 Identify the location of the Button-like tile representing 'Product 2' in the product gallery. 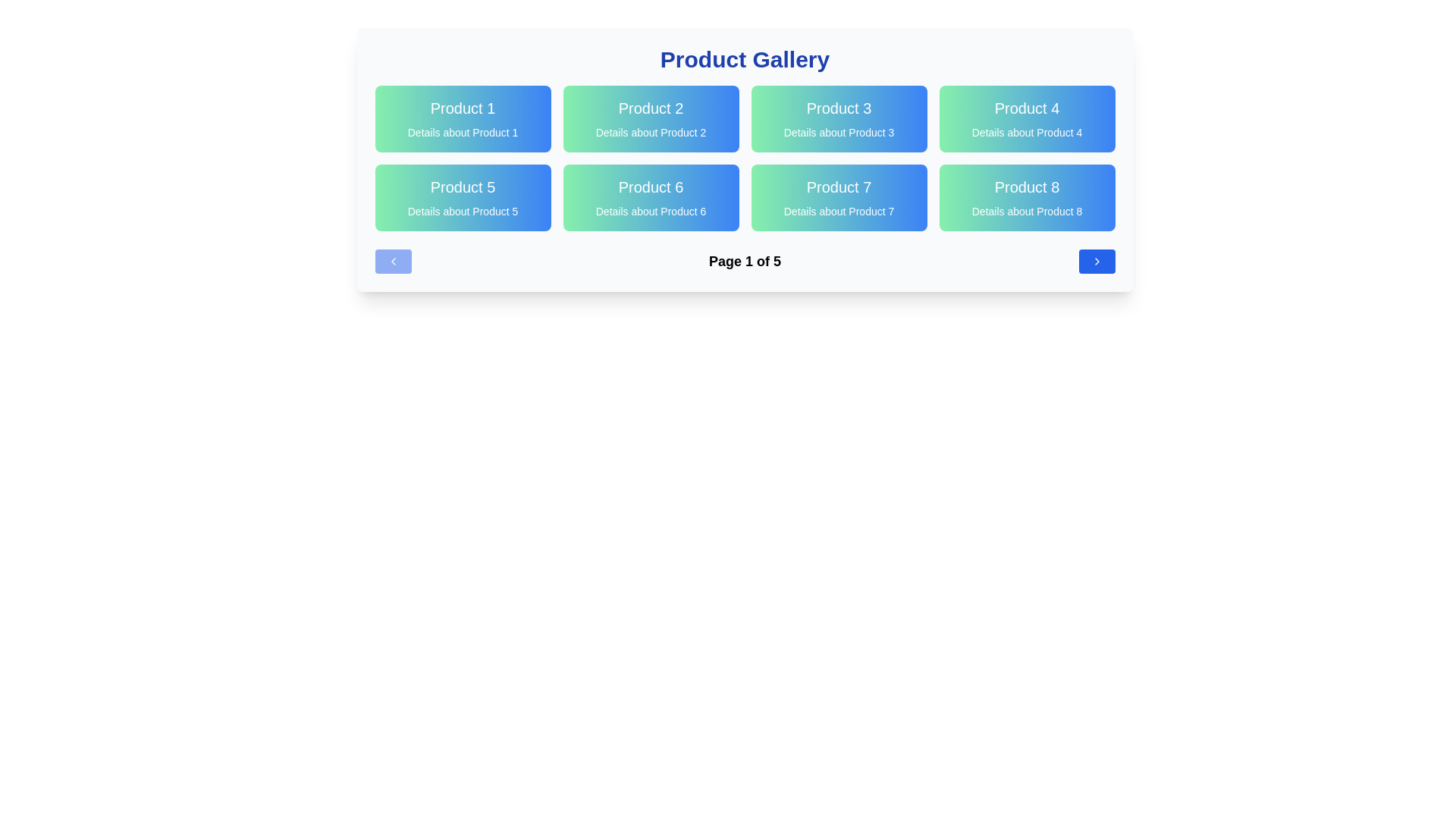
(651, 118).